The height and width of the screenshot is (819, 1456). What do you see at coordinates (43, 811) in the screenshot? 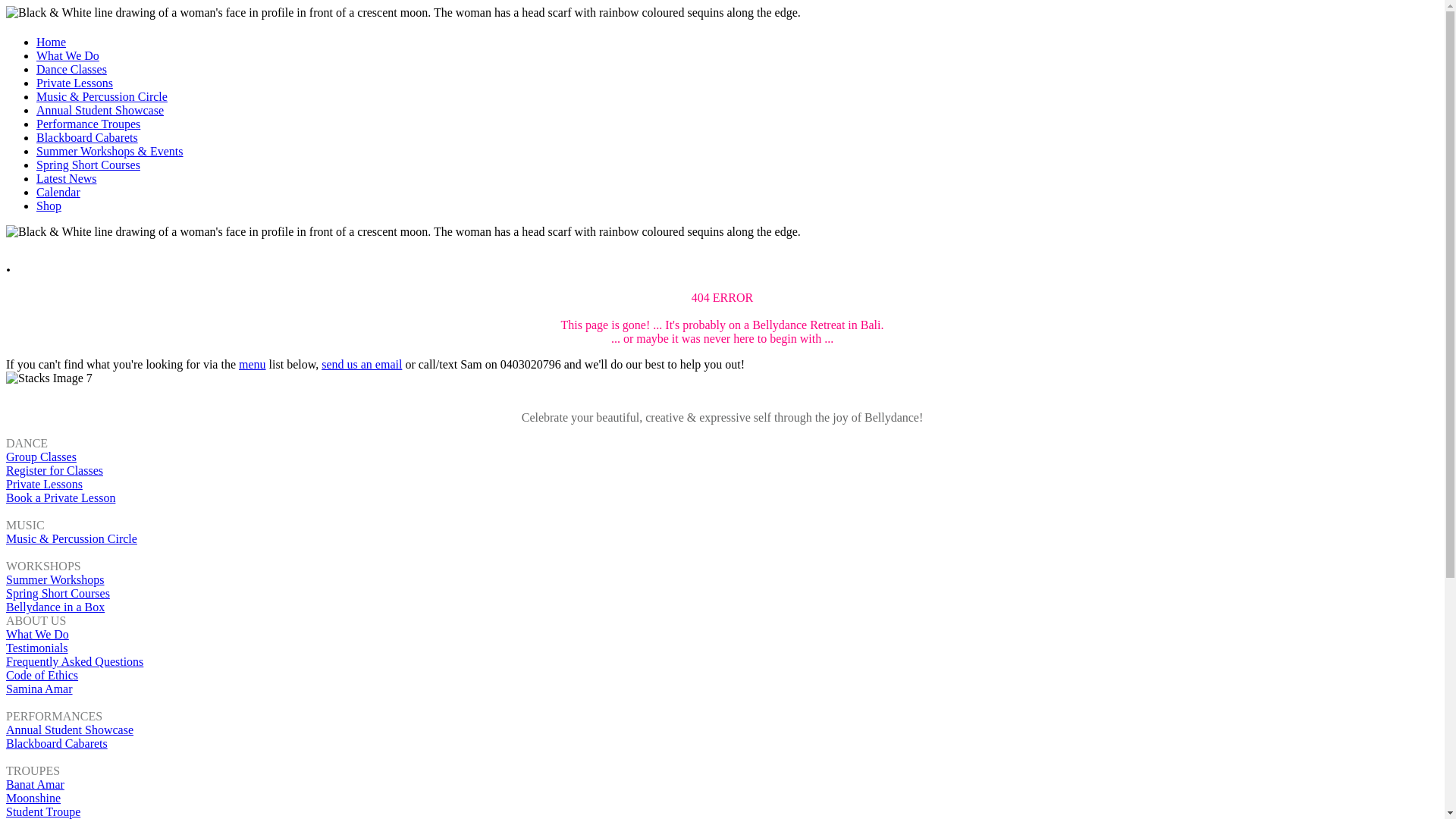
I see `'Student Troupe'` at bounding box center [43, 811].